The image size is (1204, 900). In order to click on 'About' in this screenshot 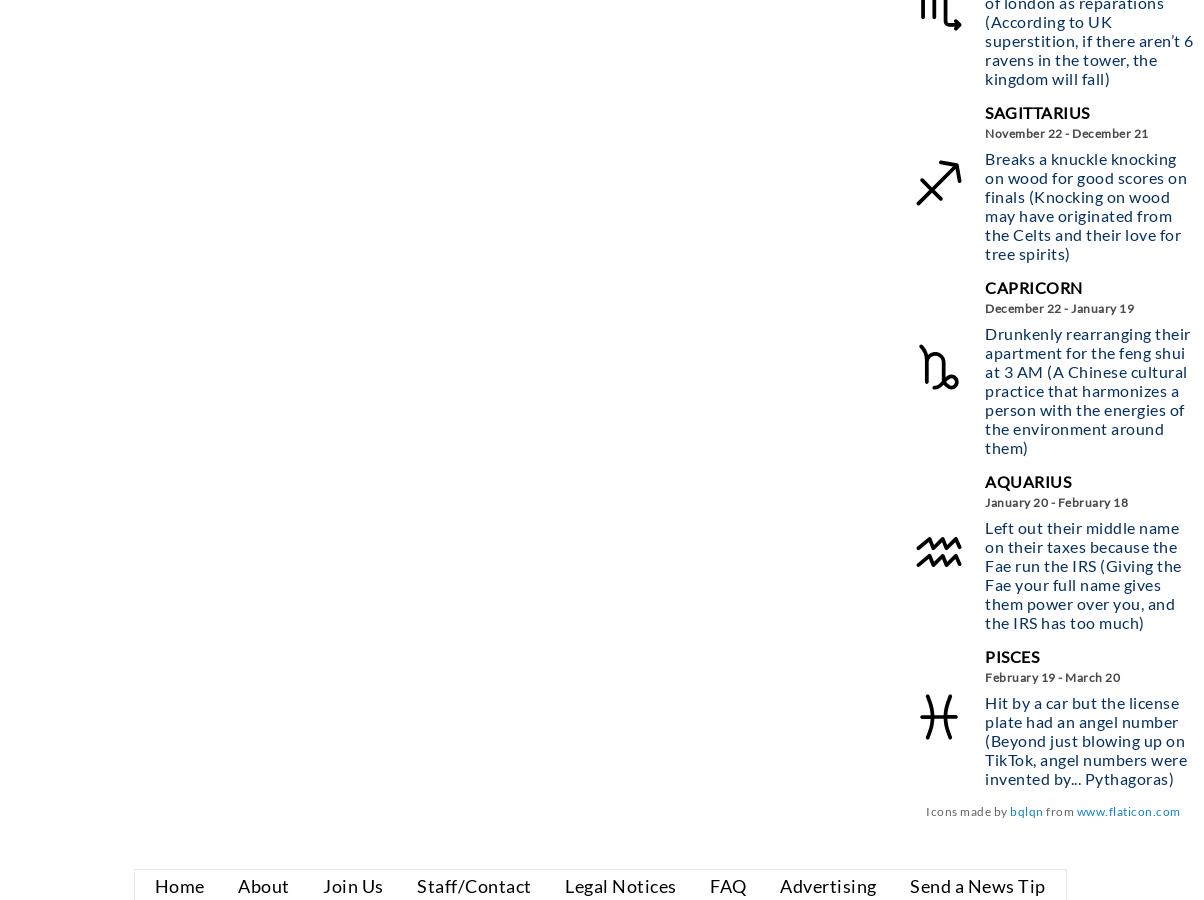, I will do `click(263, 884)`.